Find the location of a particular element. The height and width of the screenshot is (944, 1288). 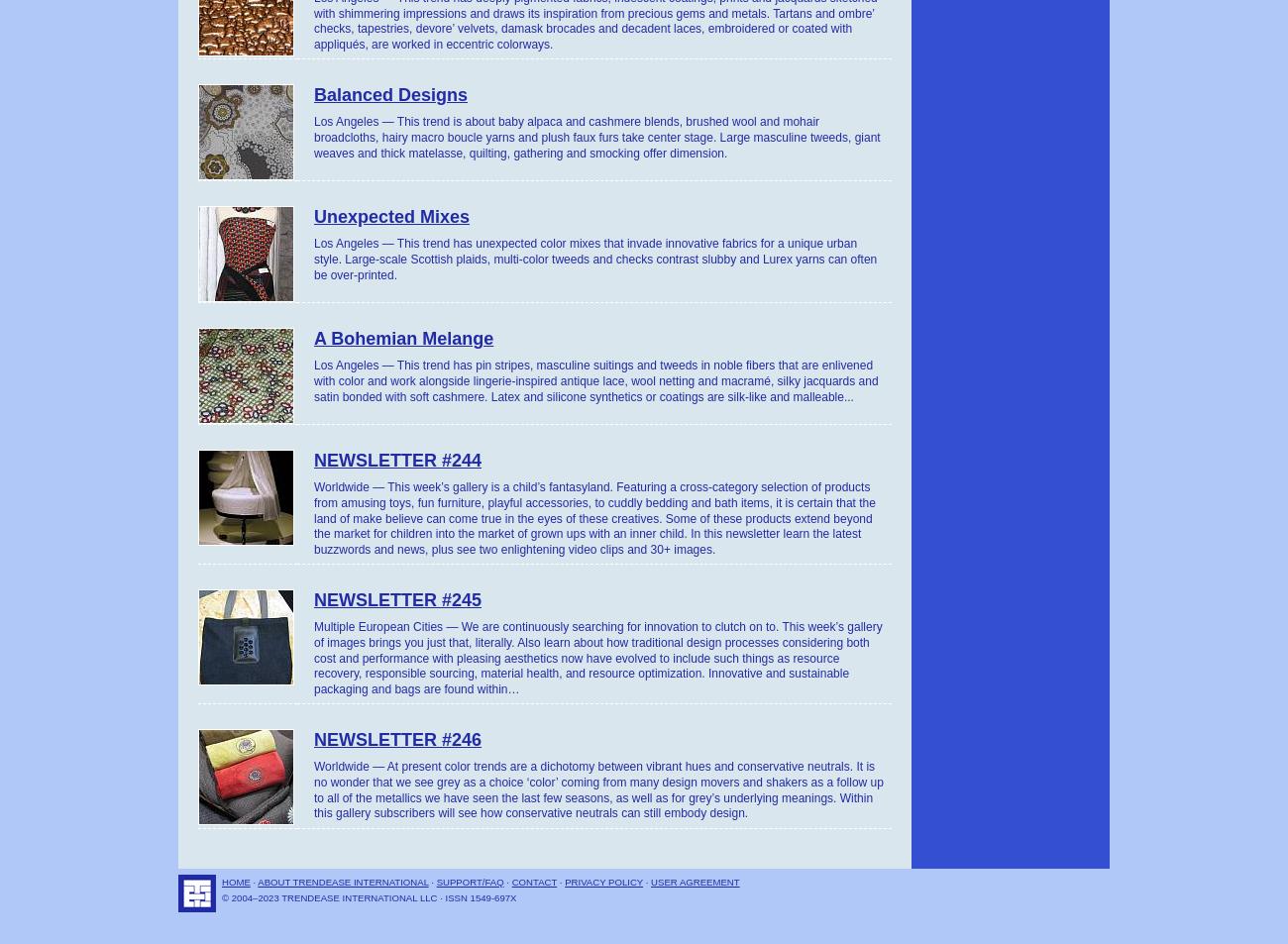

'Contact' is located at coordinates (533, 881).